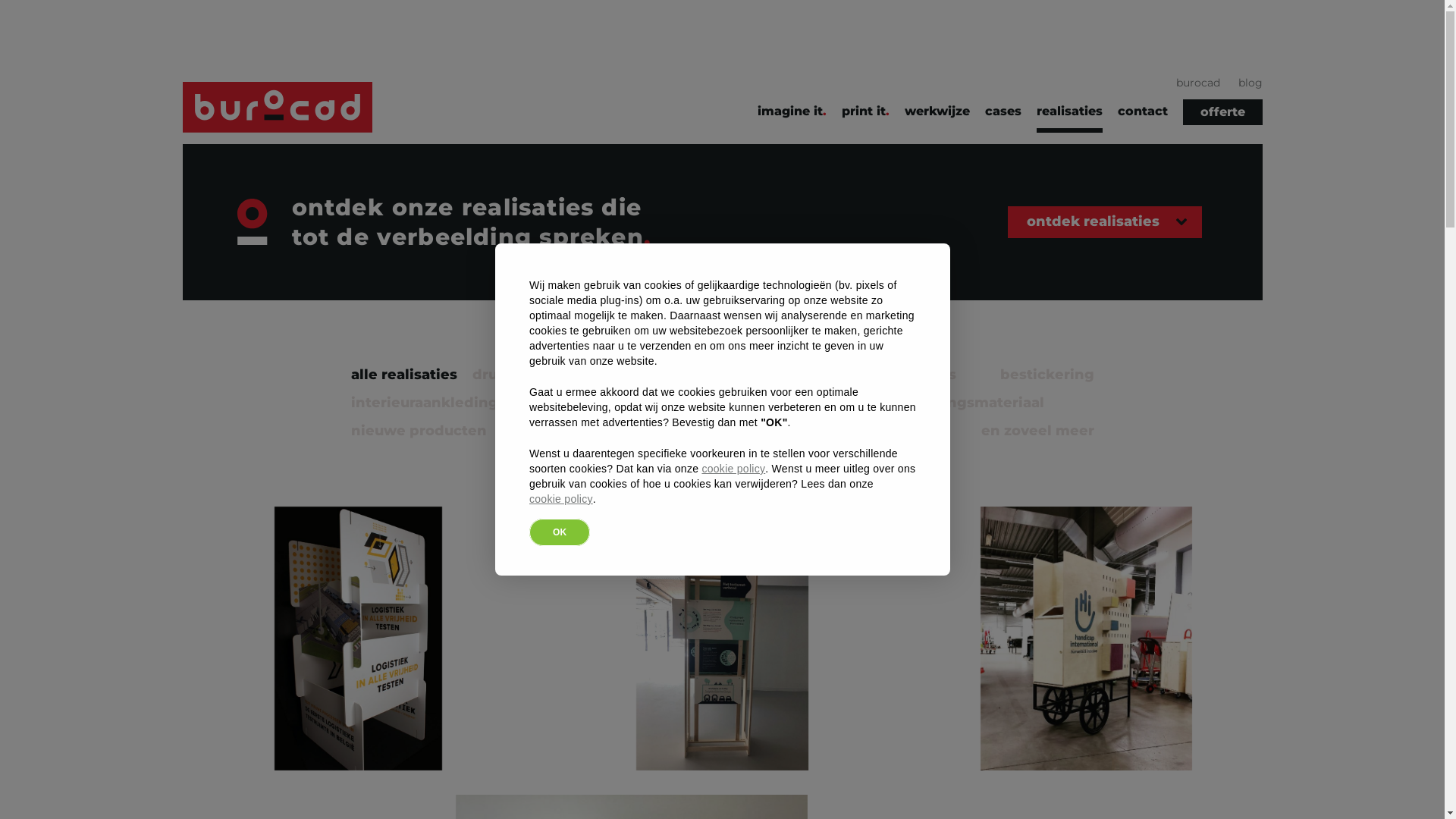 This screenshot has width=1456, height=819. I want to click on 'print it', so click(865, 115).